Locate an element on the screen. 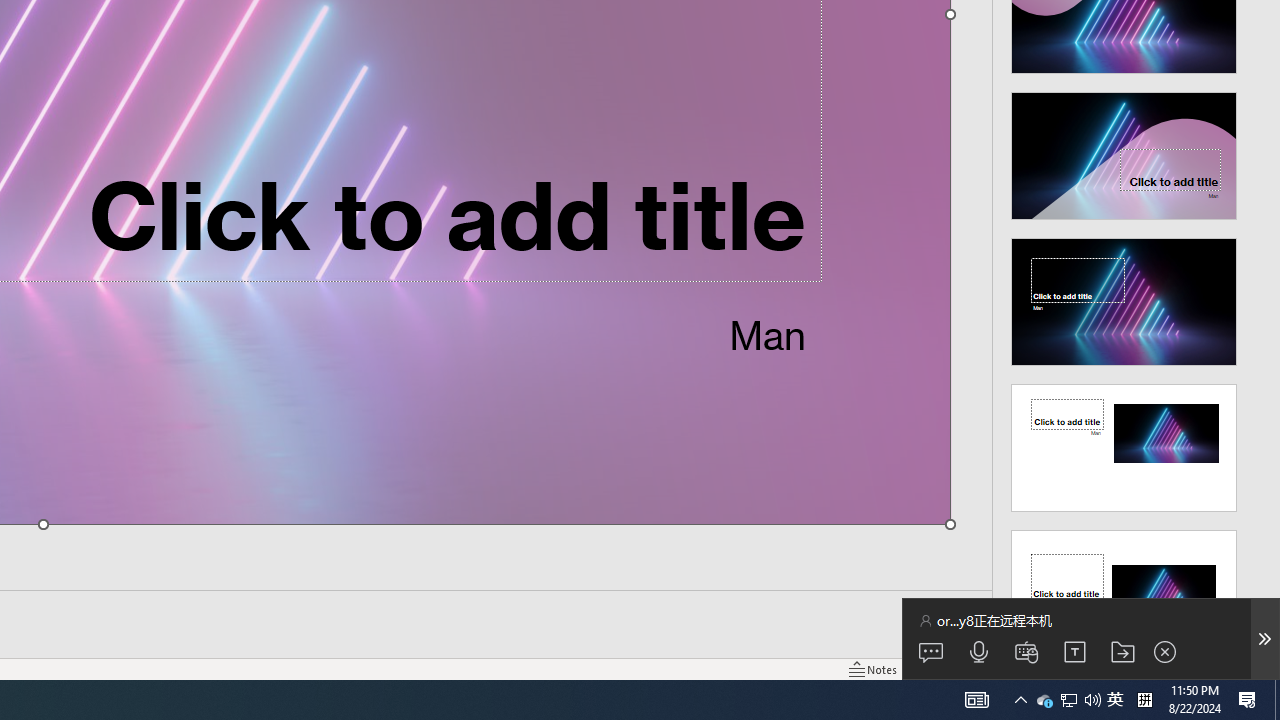 Image resolution: width=1280 pixels, height=720 pixels. 'Zoom to Fit ' is located at coordinates (1266, 669).